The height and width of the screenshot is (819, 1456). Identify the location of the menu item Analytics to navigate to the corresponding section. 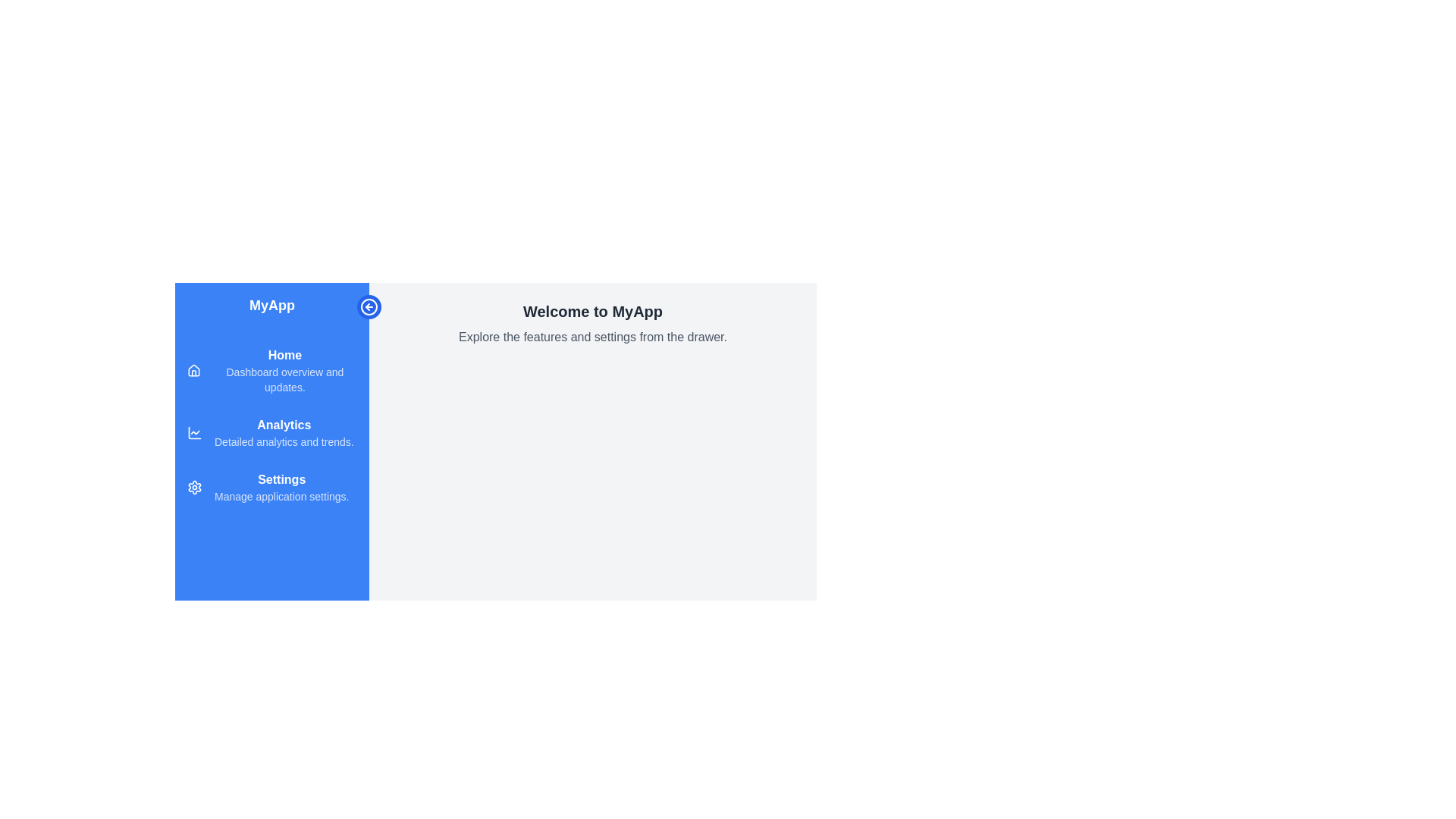
(272, 432).